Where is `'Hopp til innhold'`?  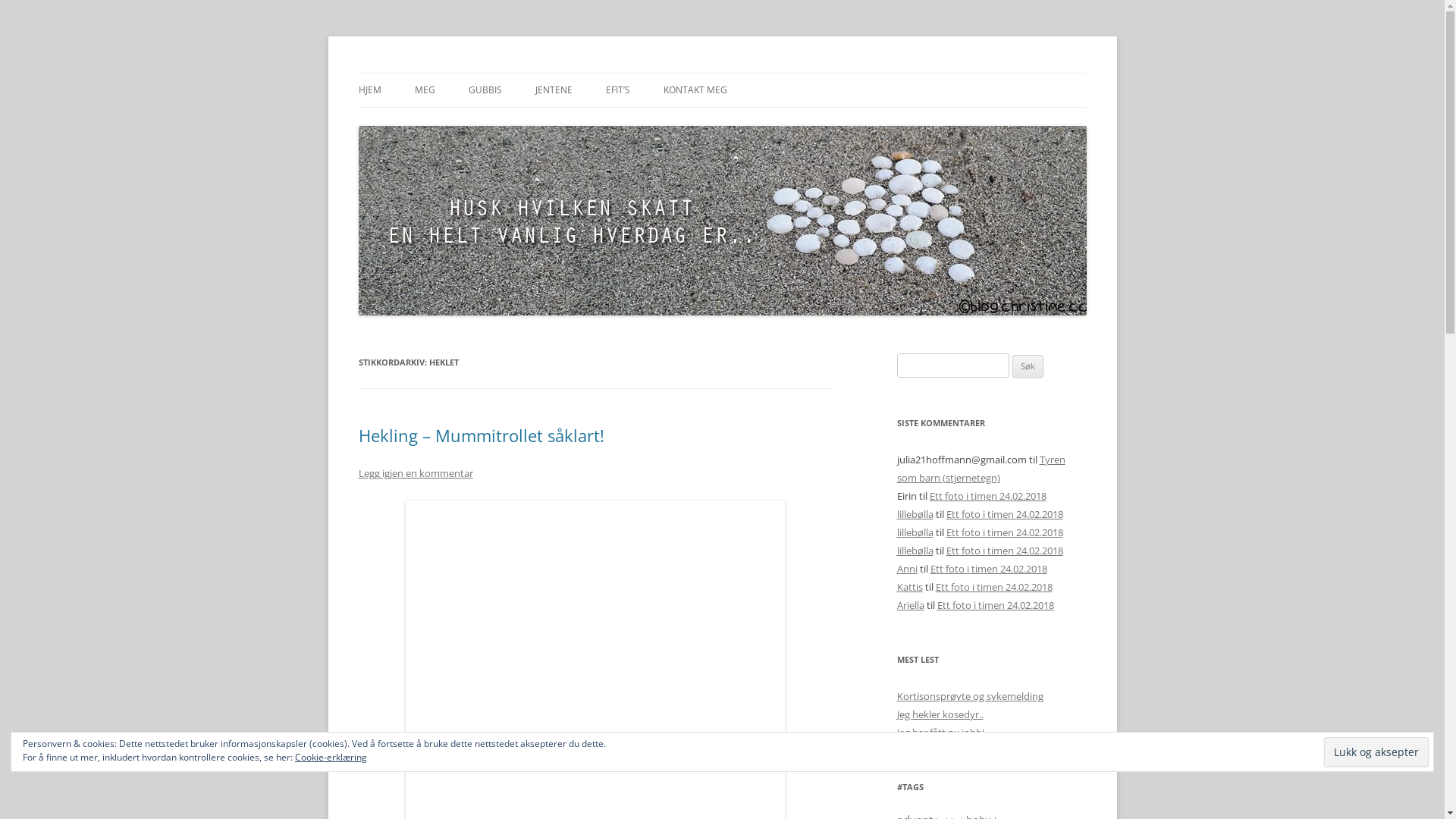
'Hopp til innhold' is located at coordinates (721, 73).